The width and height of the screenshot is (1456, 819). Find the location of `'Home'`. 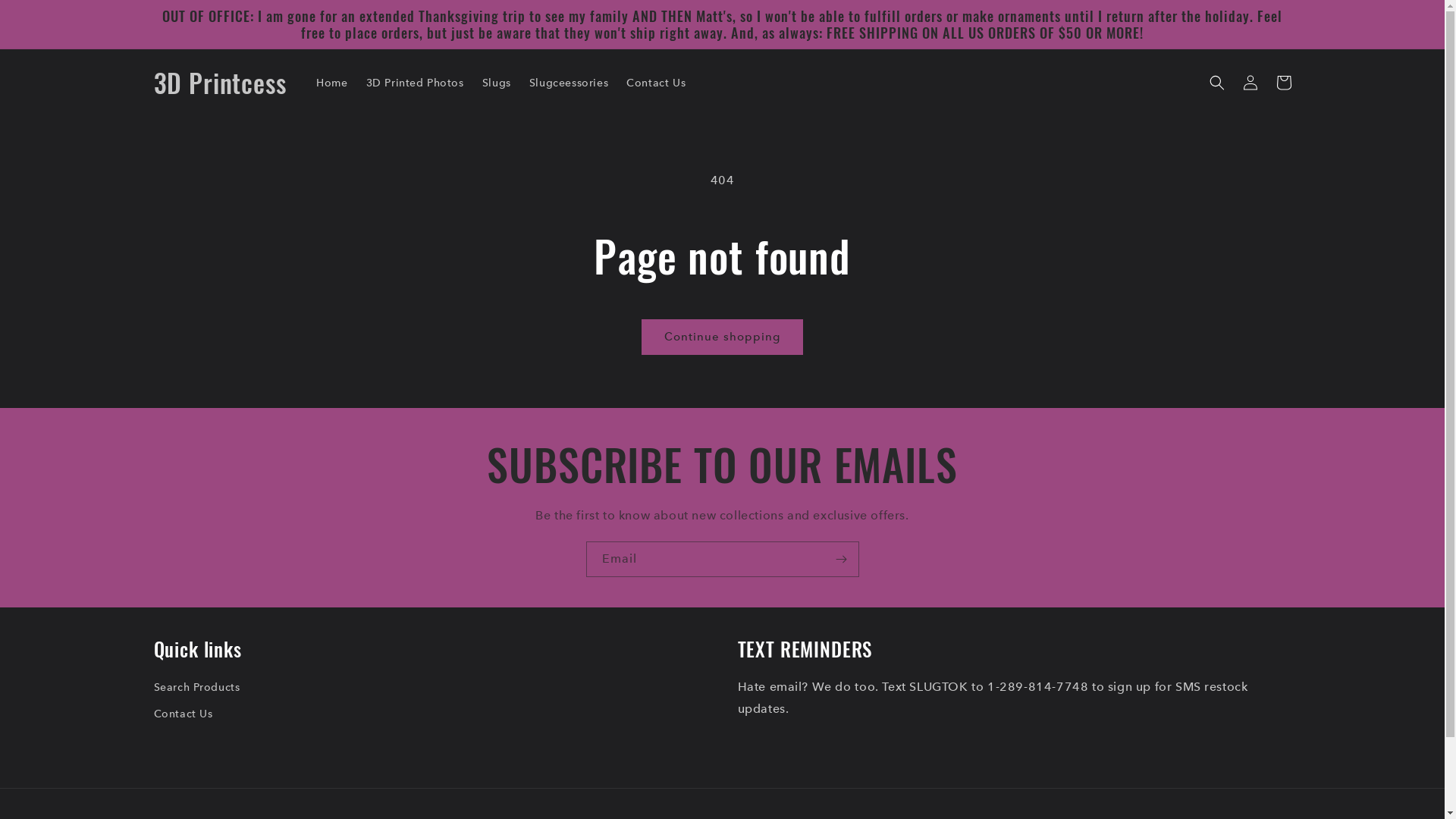

'Home' is located at coordinates (331, 82).